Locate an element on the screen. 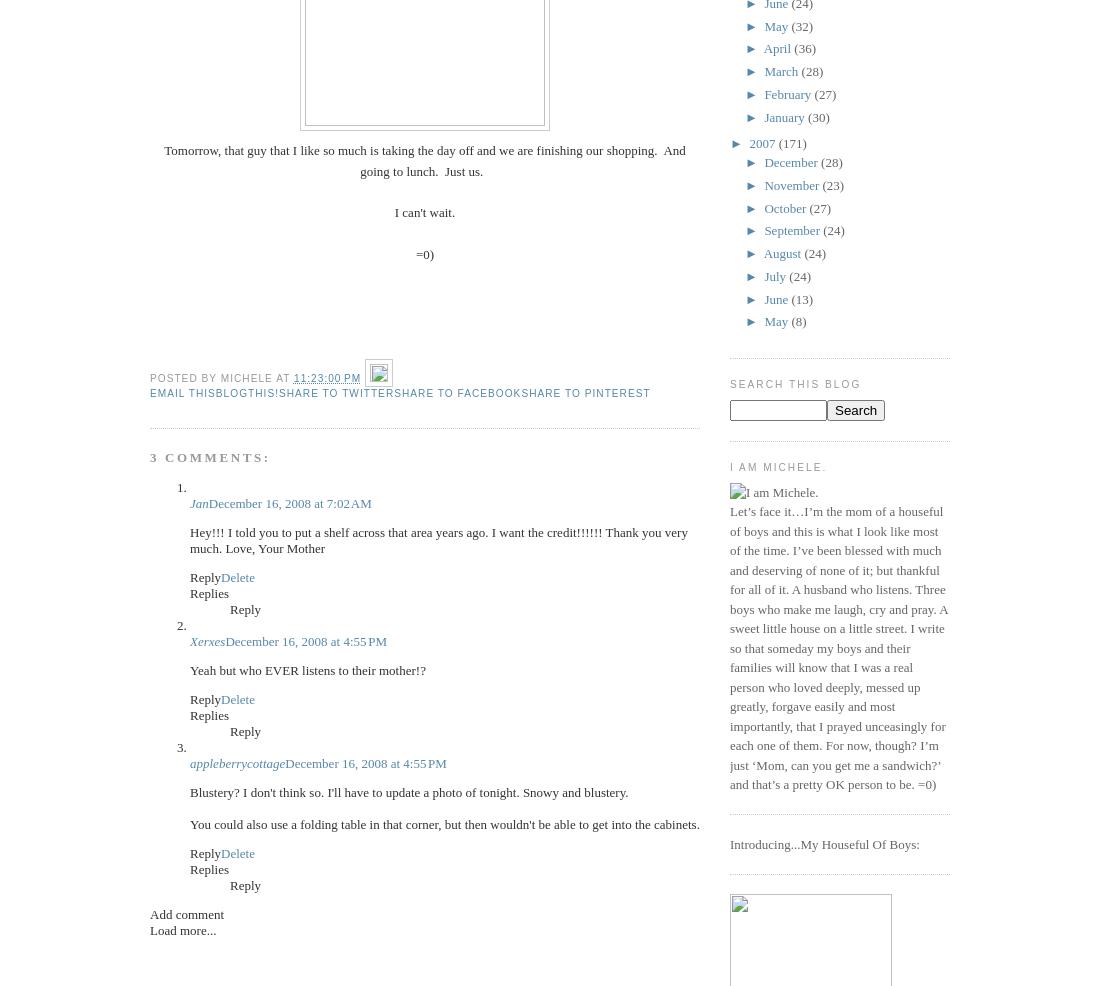 The height and width of the screenshot is (986, 1100). 'September' is located at coordinates (793, 229).